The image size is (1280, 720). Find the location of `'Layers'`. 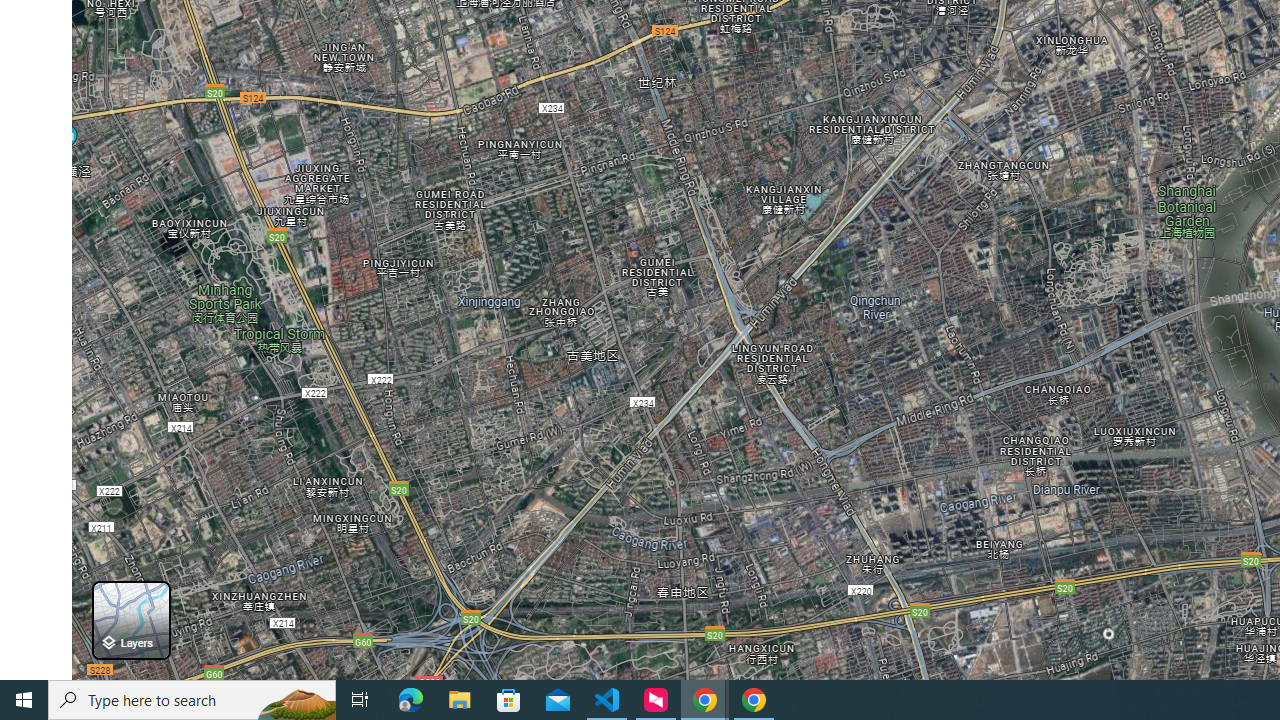

'Layers' is located at coordinates (130, 619).